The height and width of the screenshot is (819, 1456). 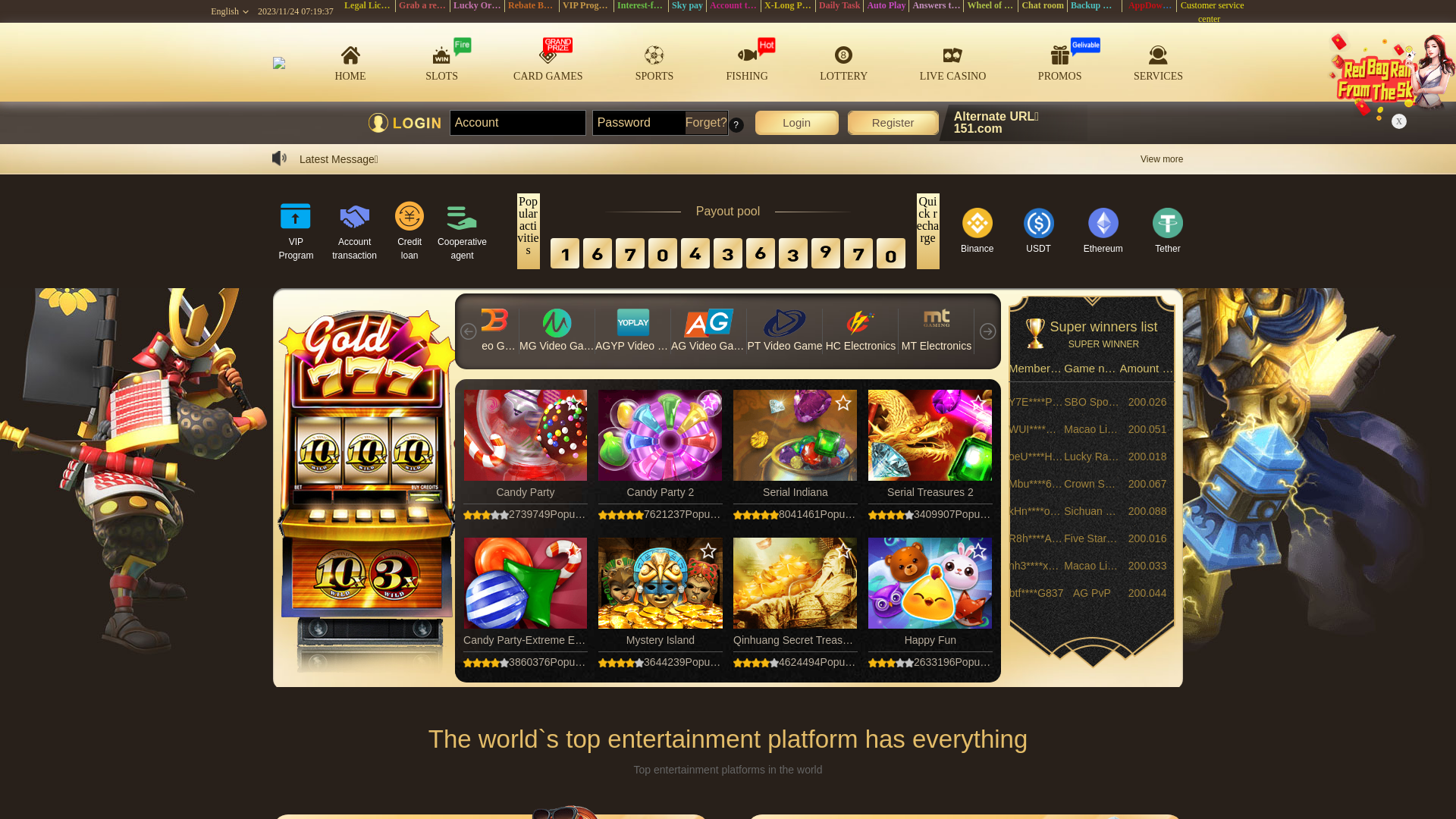 What do you see at coordinates (1210, 11) in the screenshot?
I see `'Customer service center'` at bounding box center [1210, 11].